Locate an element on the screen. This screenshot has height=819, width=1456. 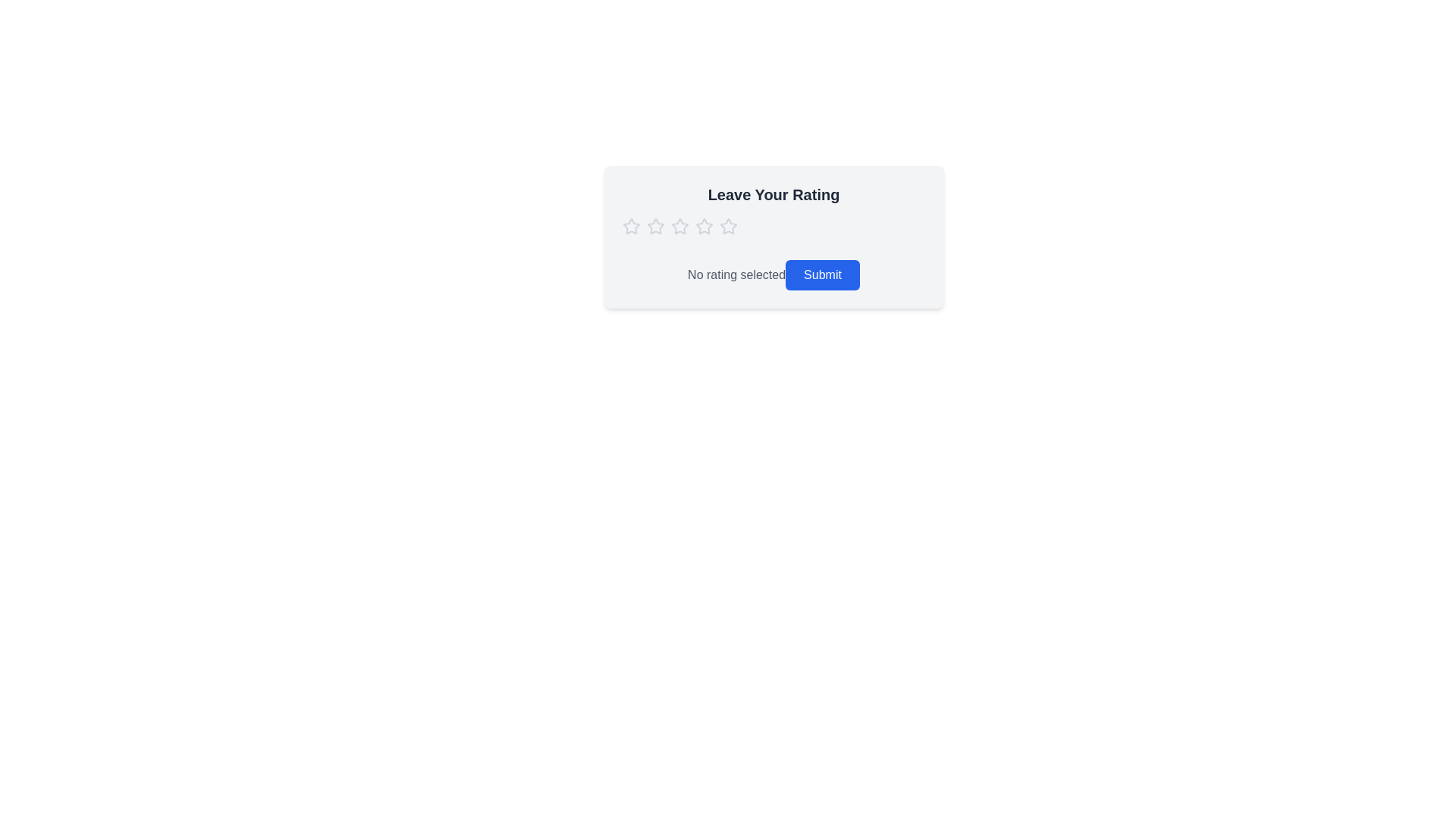
the second star is located at coordinates (679, 225).